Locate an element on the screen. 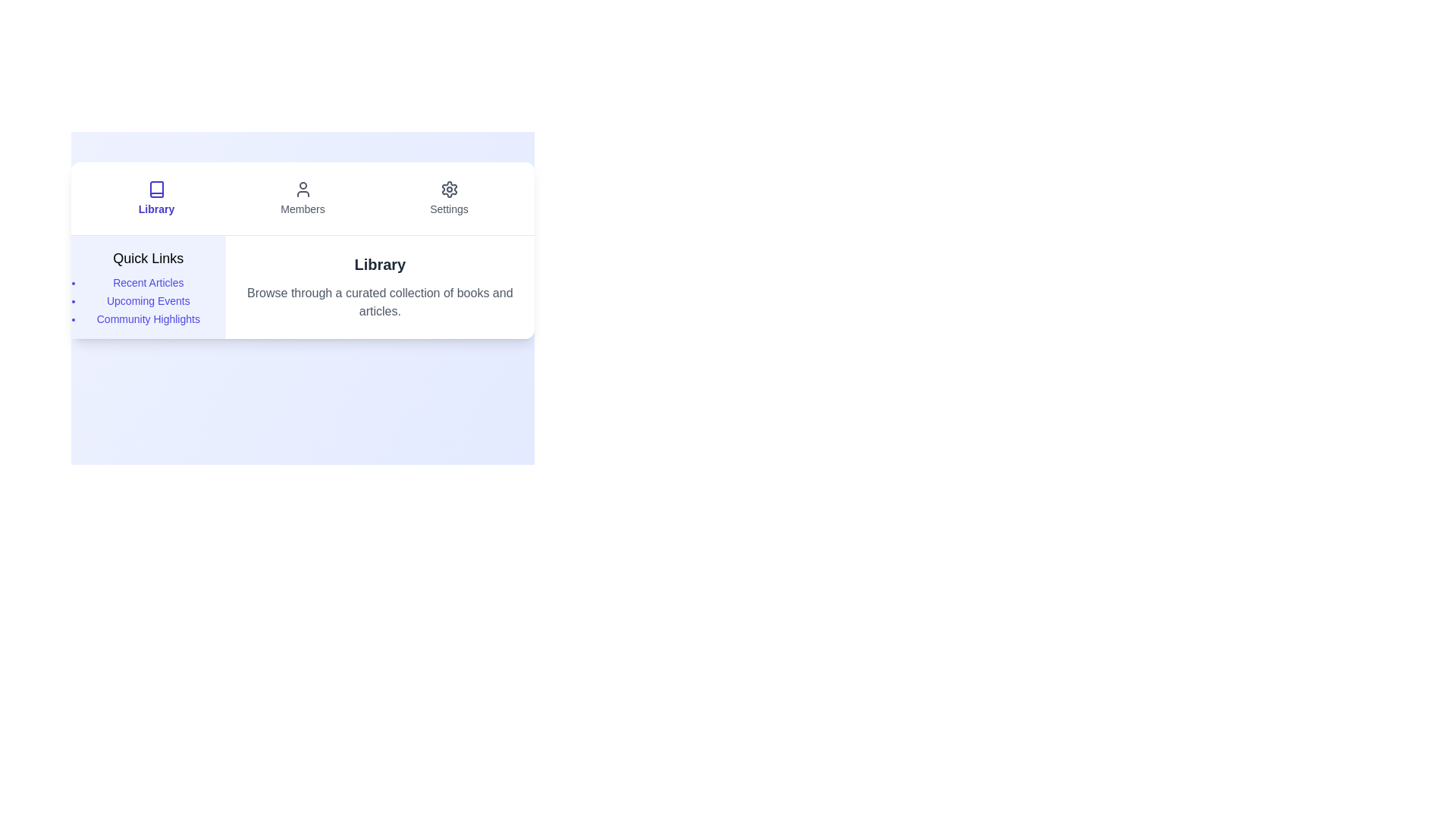 Image resolution: width=1456 pixels, height=819 pixels. the tab labeled Library is located at coordinates (156, 198).